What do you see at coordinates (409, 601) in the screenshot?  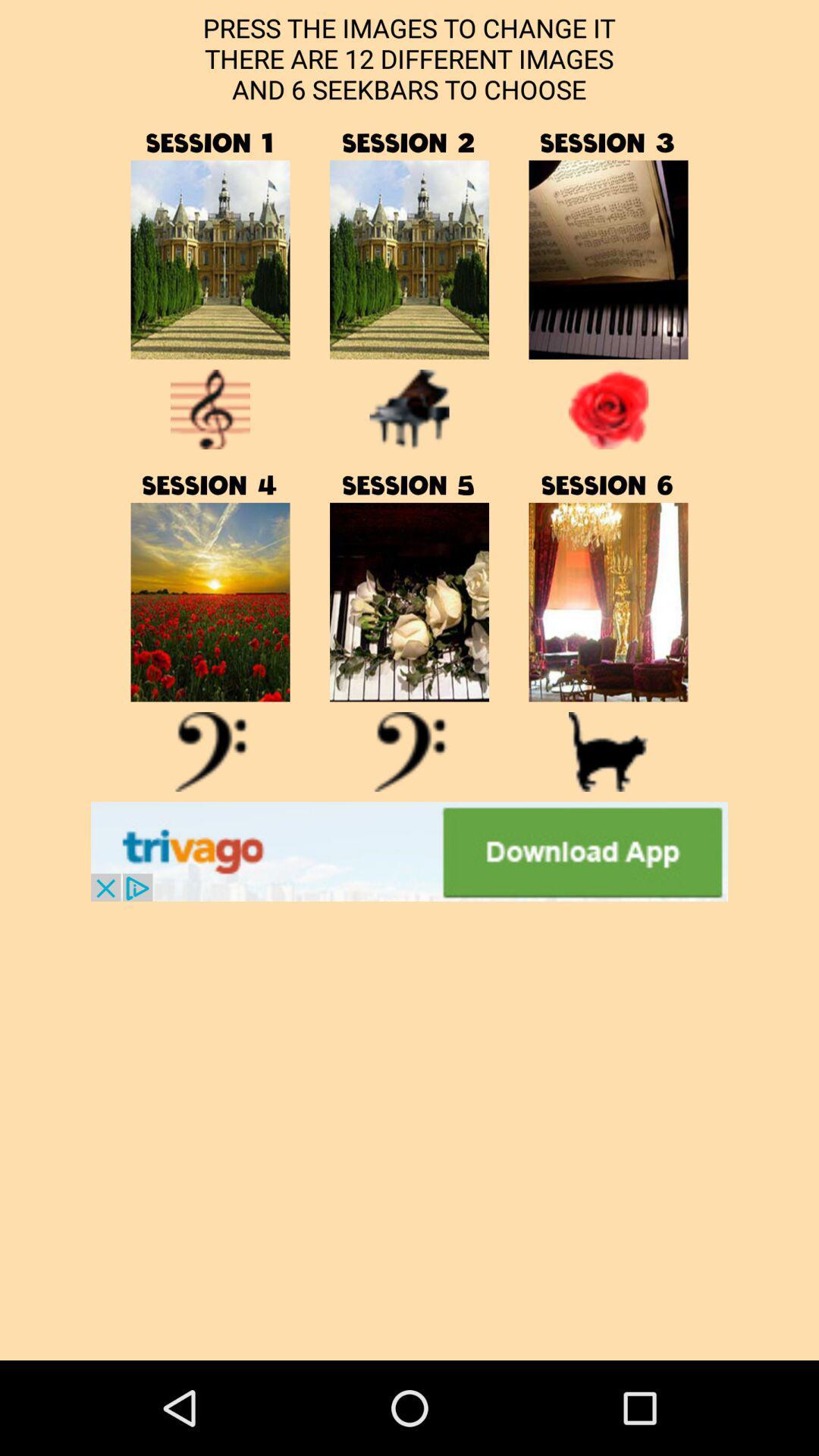 I see `image under session 5` at bounding box center [409, 601].